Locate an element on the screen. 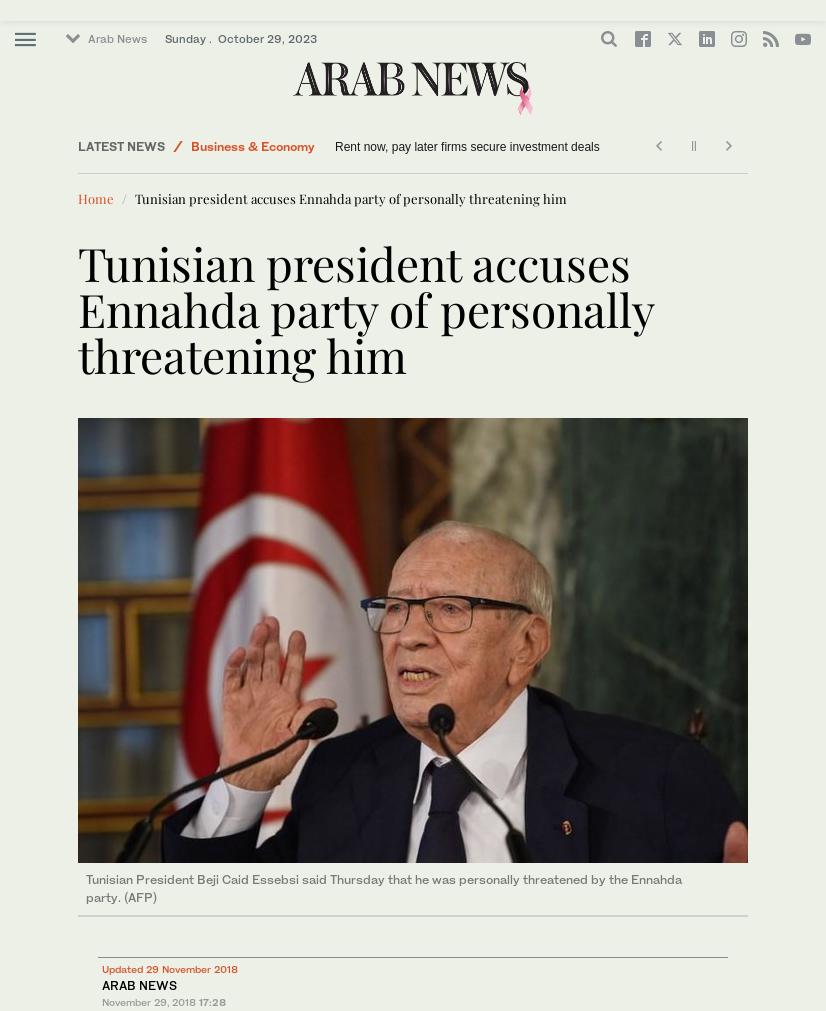  'Sunday .  October 29, 2023' is located at coordinates (241, 37).